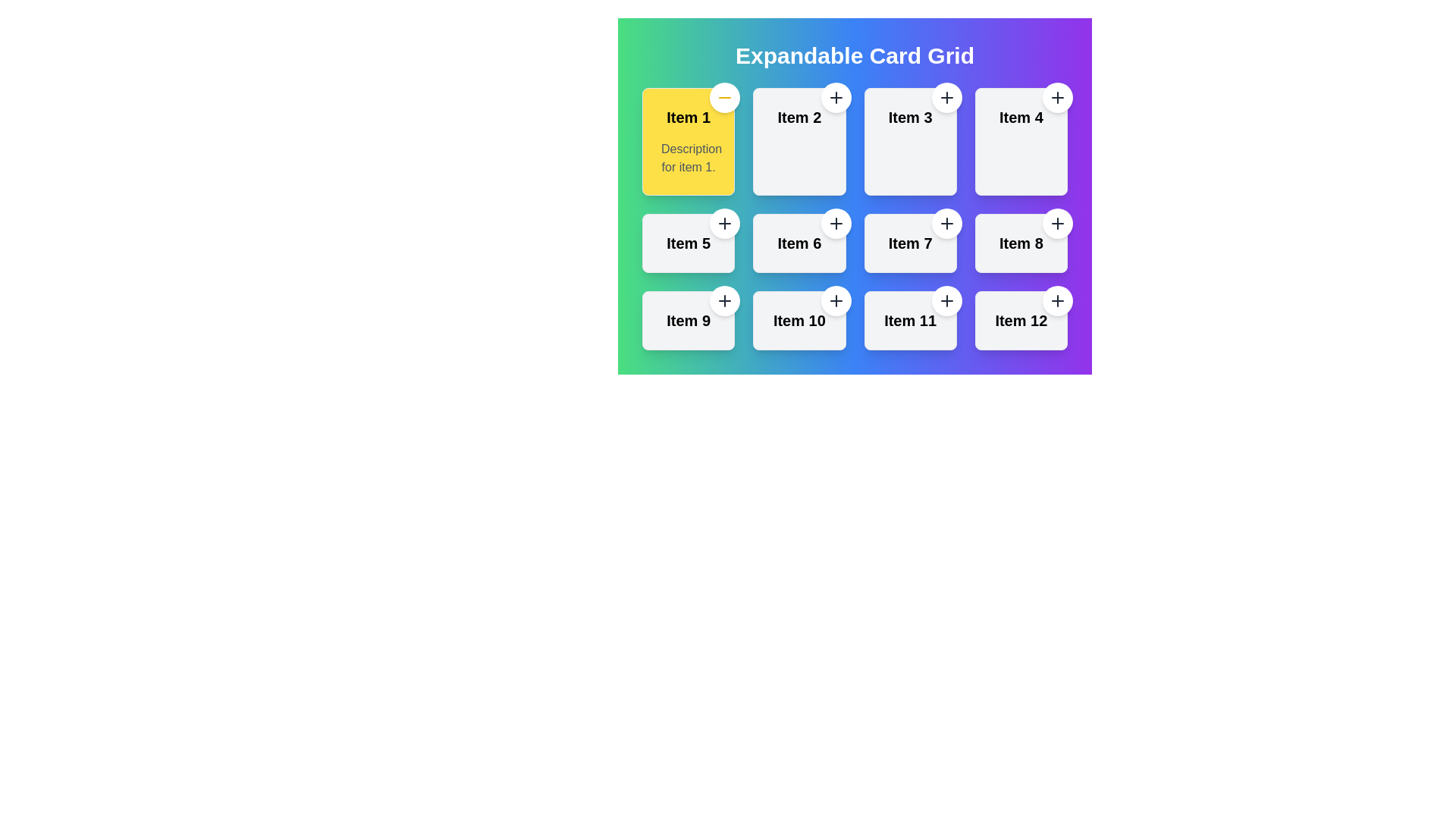 The width and height of the screenshot is (1456, 819). What do you see at coordinates (688, 242) in the screenshot?
I see `the text label located in the center of the fifth card in a 4x3 grid layout, situated in the second row, first column, for reading purposes` at bounding box center [688, 242].